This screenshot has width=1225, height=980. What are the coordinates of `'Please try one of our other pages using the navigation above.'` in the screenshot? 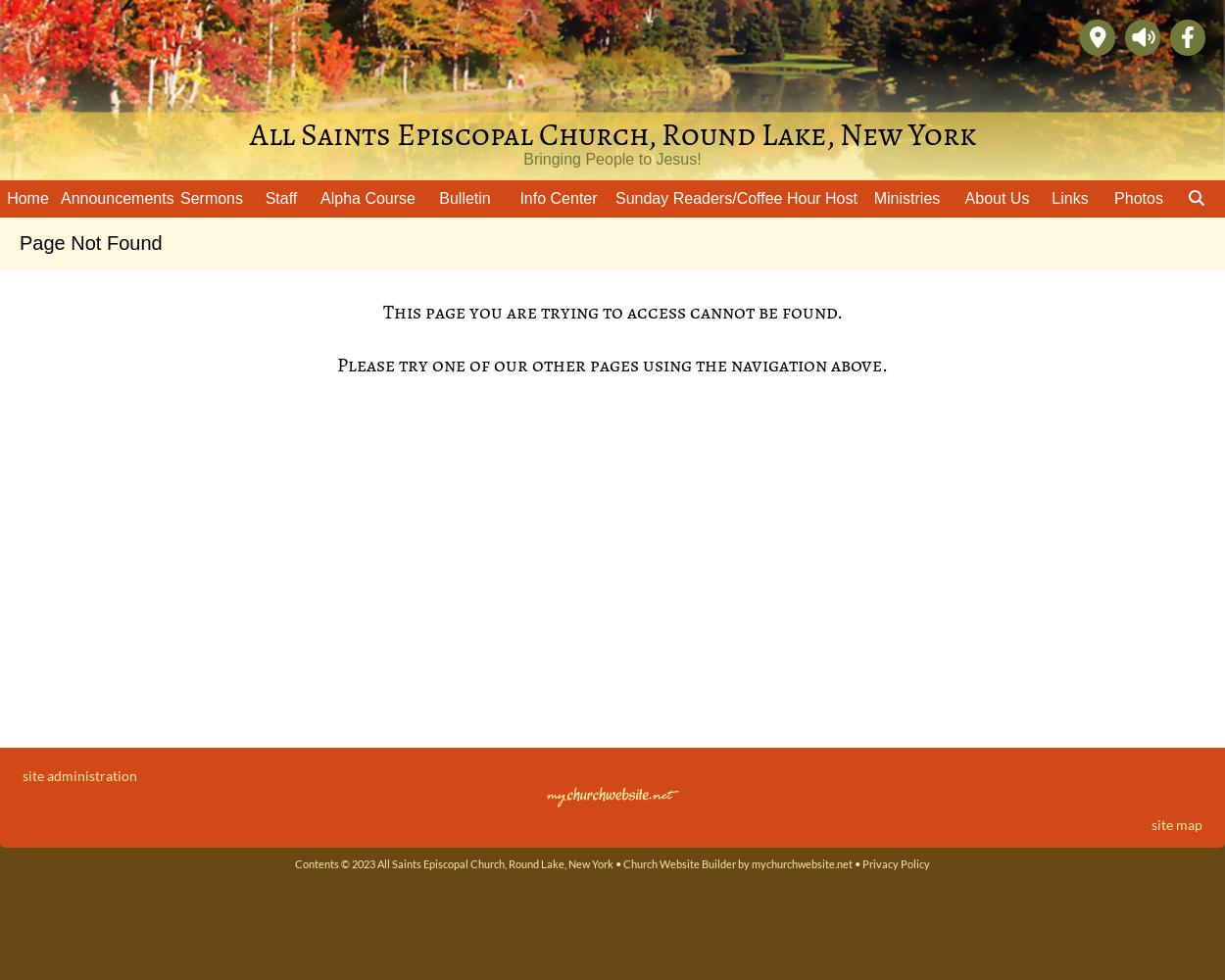 It's located at (612, 364).